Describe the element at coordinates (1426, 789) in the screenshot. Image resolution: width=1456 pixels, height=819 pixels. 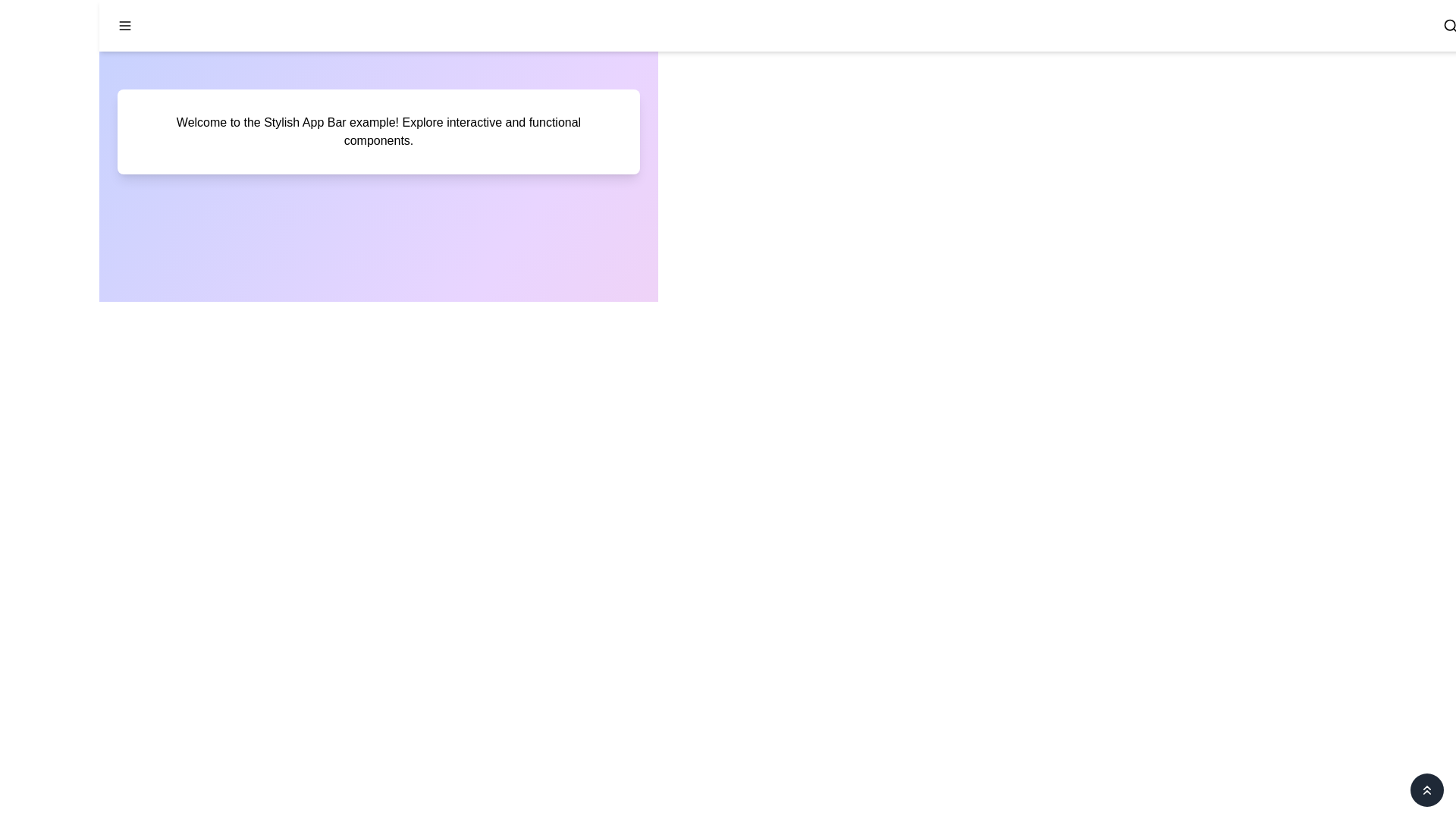
I see `chevron button located at the bottom-right corner of the screen to scroll to the top` at that location.